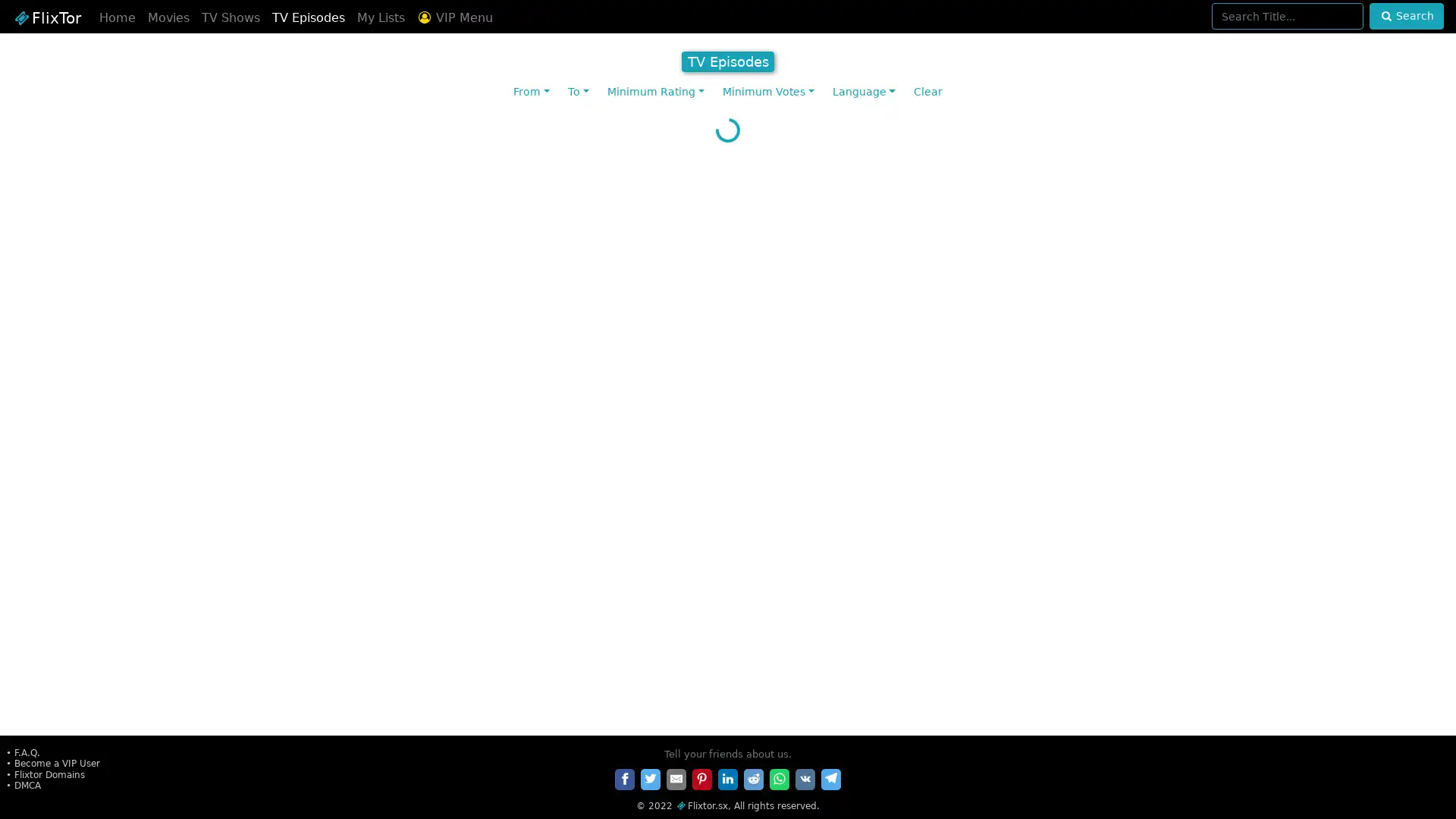 The height and width of the screenshot is (819, 1456). What do you see at coordinates (467, 332) in the screenshot?
I see `Watch Now` at bounding box center [467, 332].